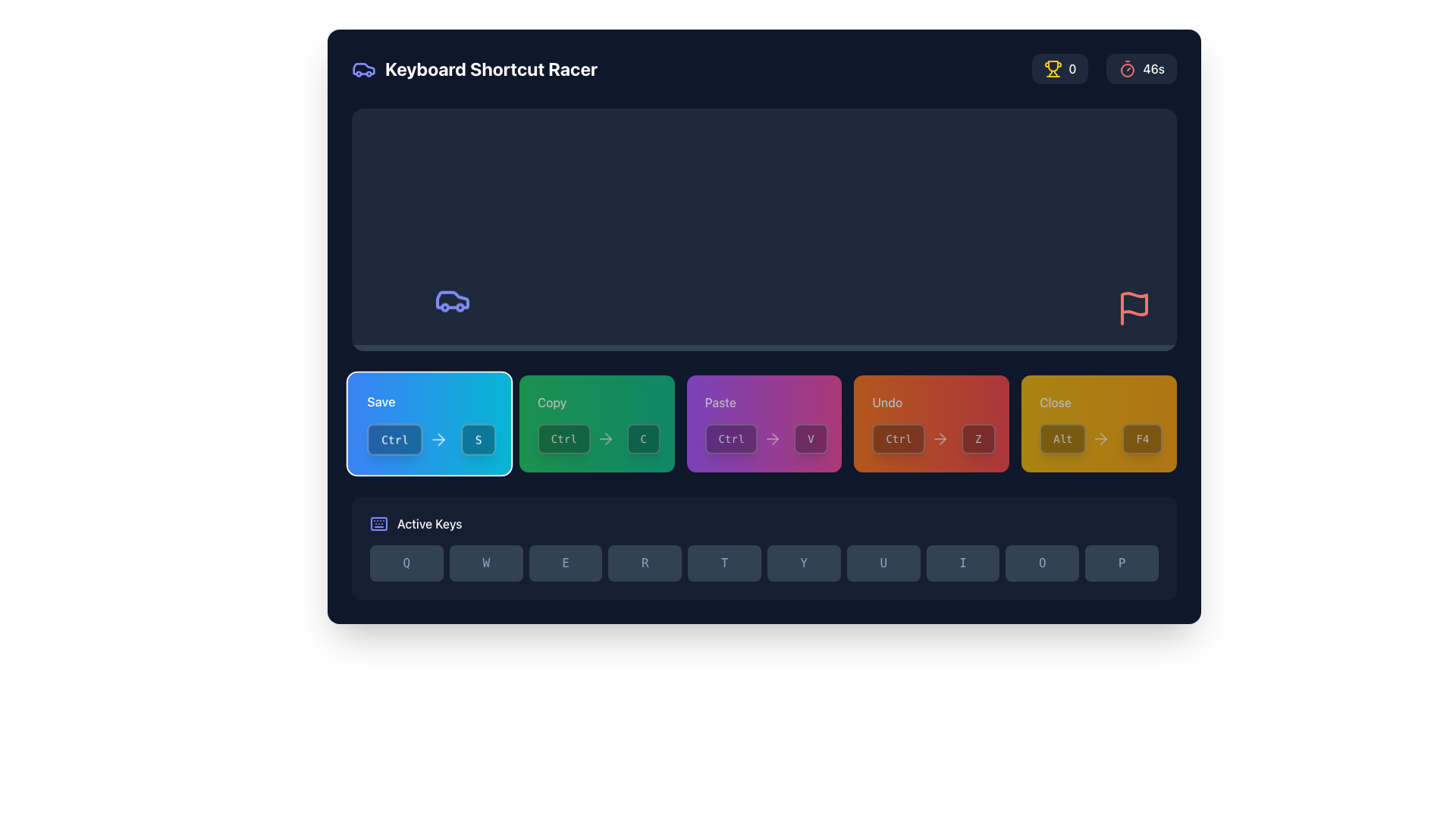 The height and width of the screenshot is (819, 1456). What do you see at coordinates (723, 563) in the screenshot?
I see `the button representing the letter 'T', which is the fifth button from the left in a horizontal grid of keys, likely used in a typing or shortcut-related interface` at bounding box center [723, 563].